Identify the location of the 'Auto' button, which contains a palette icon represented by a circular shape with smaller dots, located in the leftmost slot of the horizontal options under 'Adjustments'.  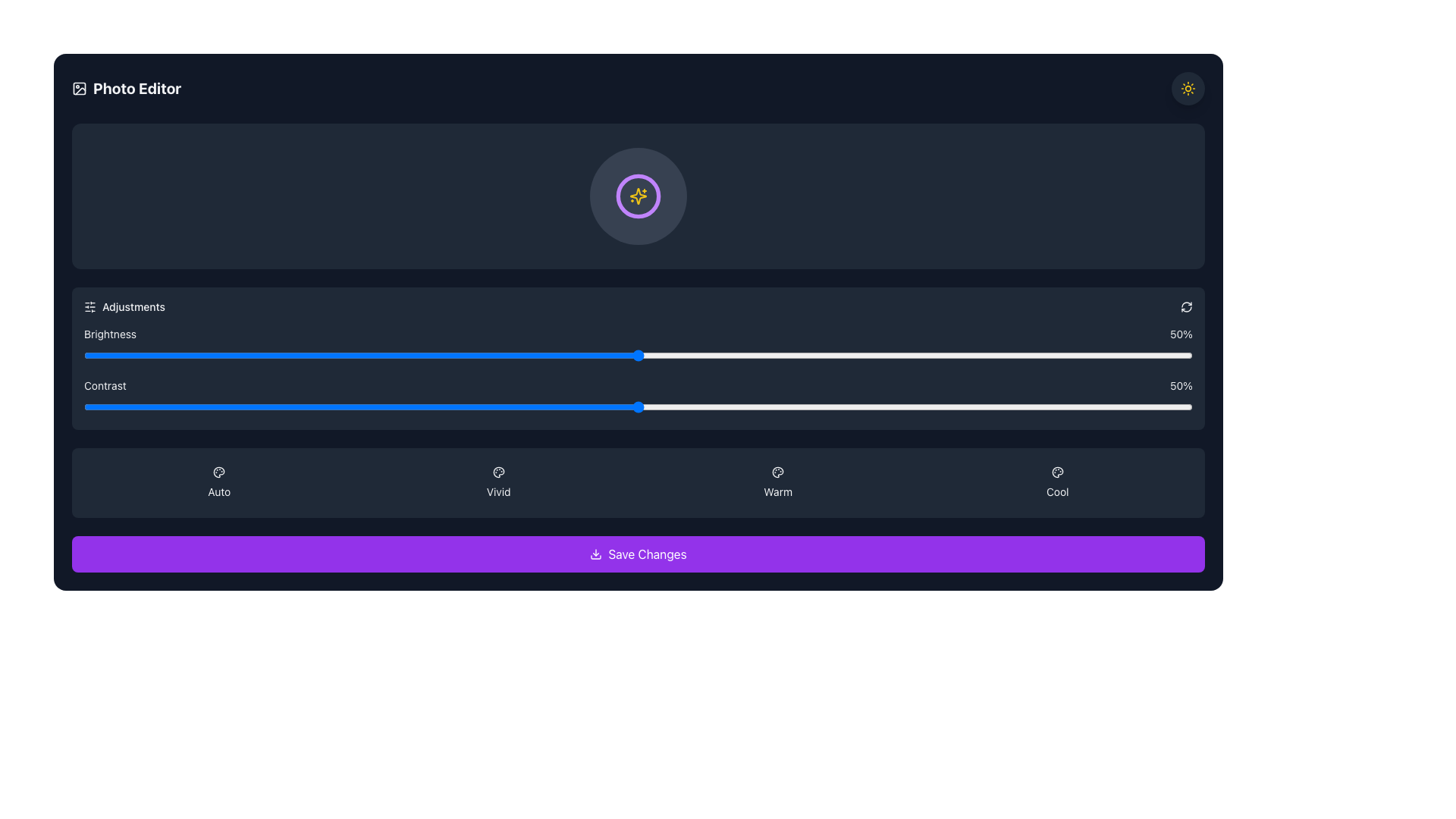
(218, 472).